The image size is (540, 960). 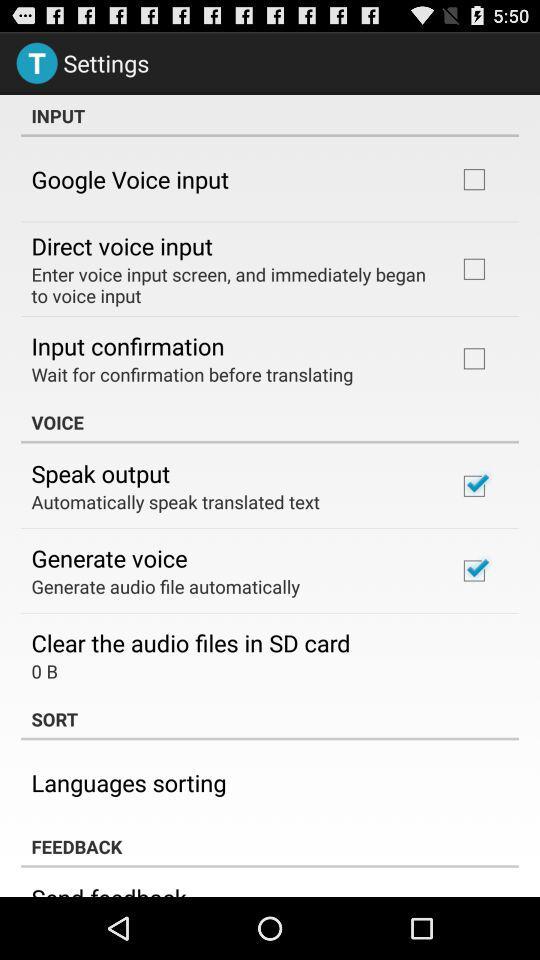 I want to click on the generate voice app, so click(x=109, y=558).